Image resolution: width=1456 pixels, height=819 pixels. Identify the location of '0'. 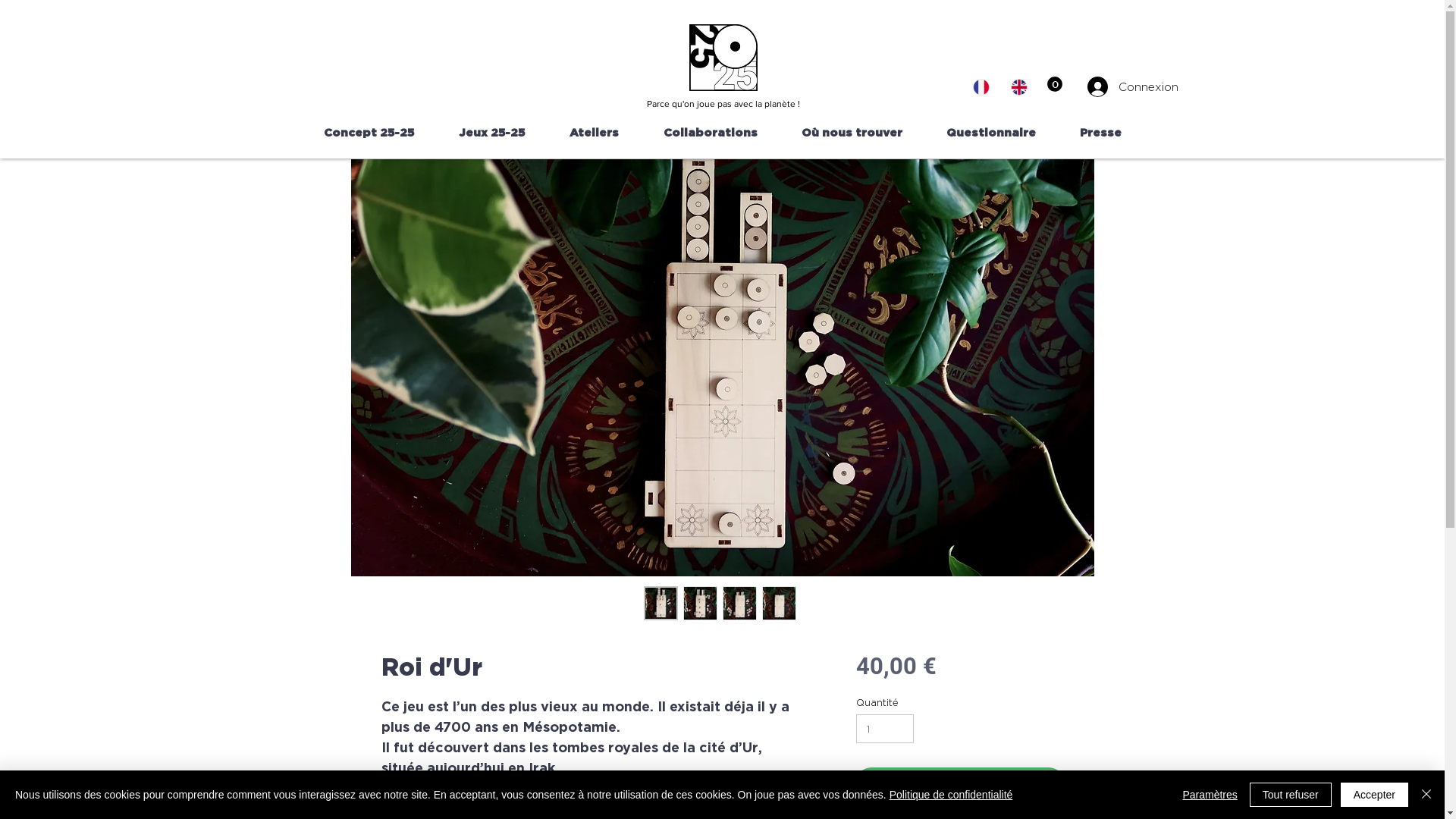
(1046, 84).